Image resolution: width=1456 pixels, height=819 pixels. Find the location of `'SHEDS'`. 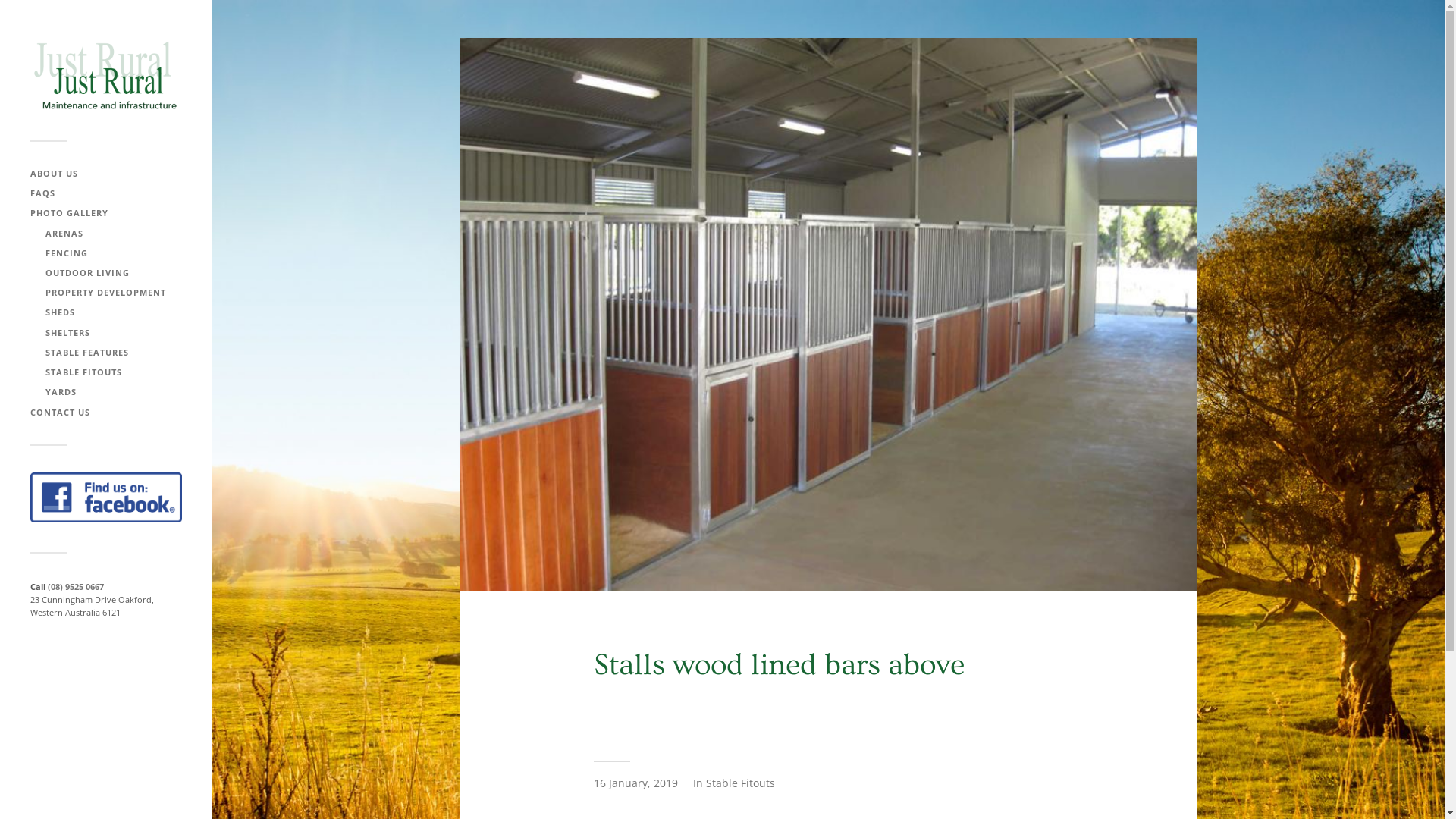

'SHEDS' is located at coordinates (45, 311).